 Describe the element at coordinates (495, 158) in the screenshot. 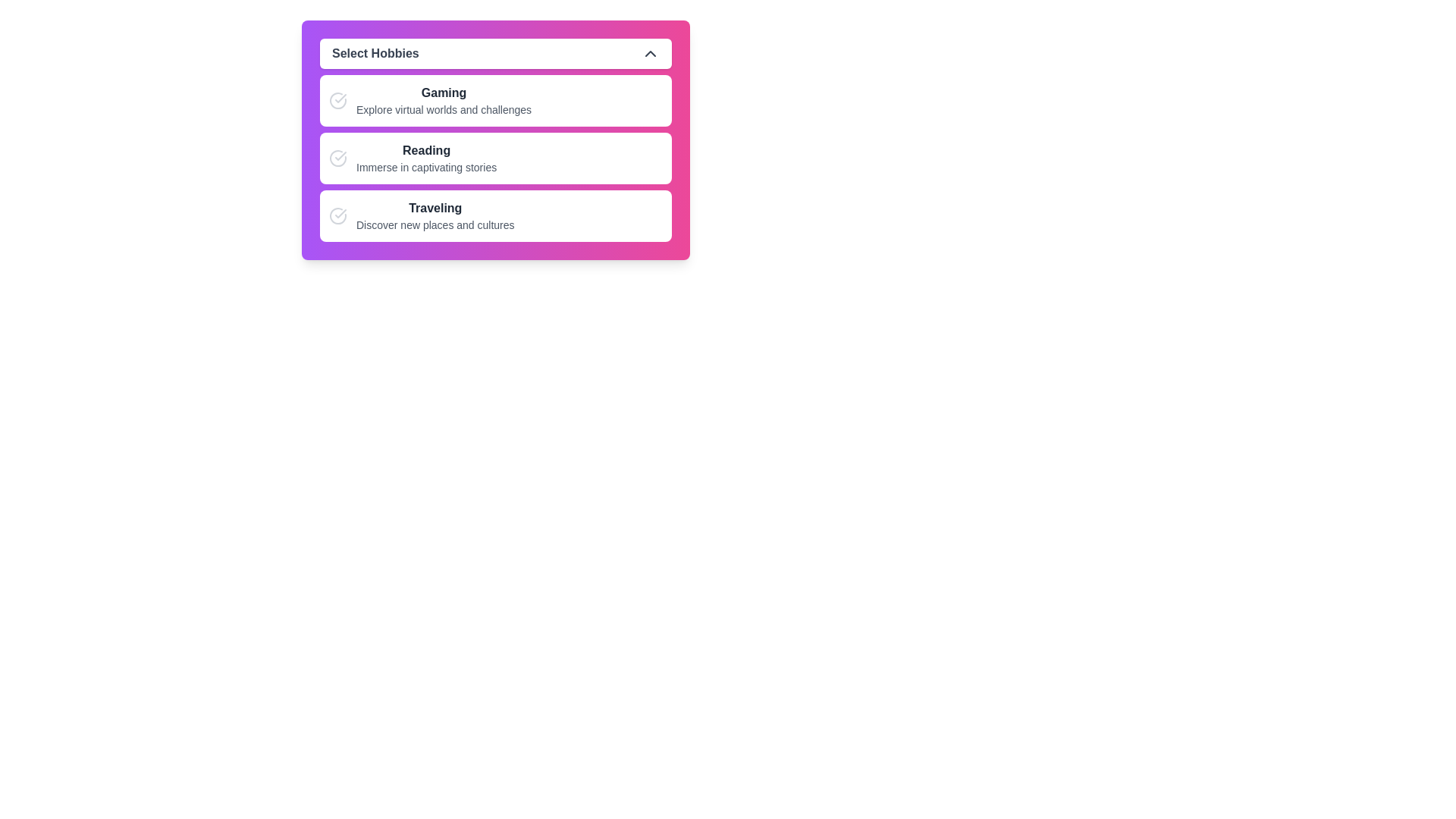

I see `the second selectable list item in the 'Select Hobbies' section` at that location.